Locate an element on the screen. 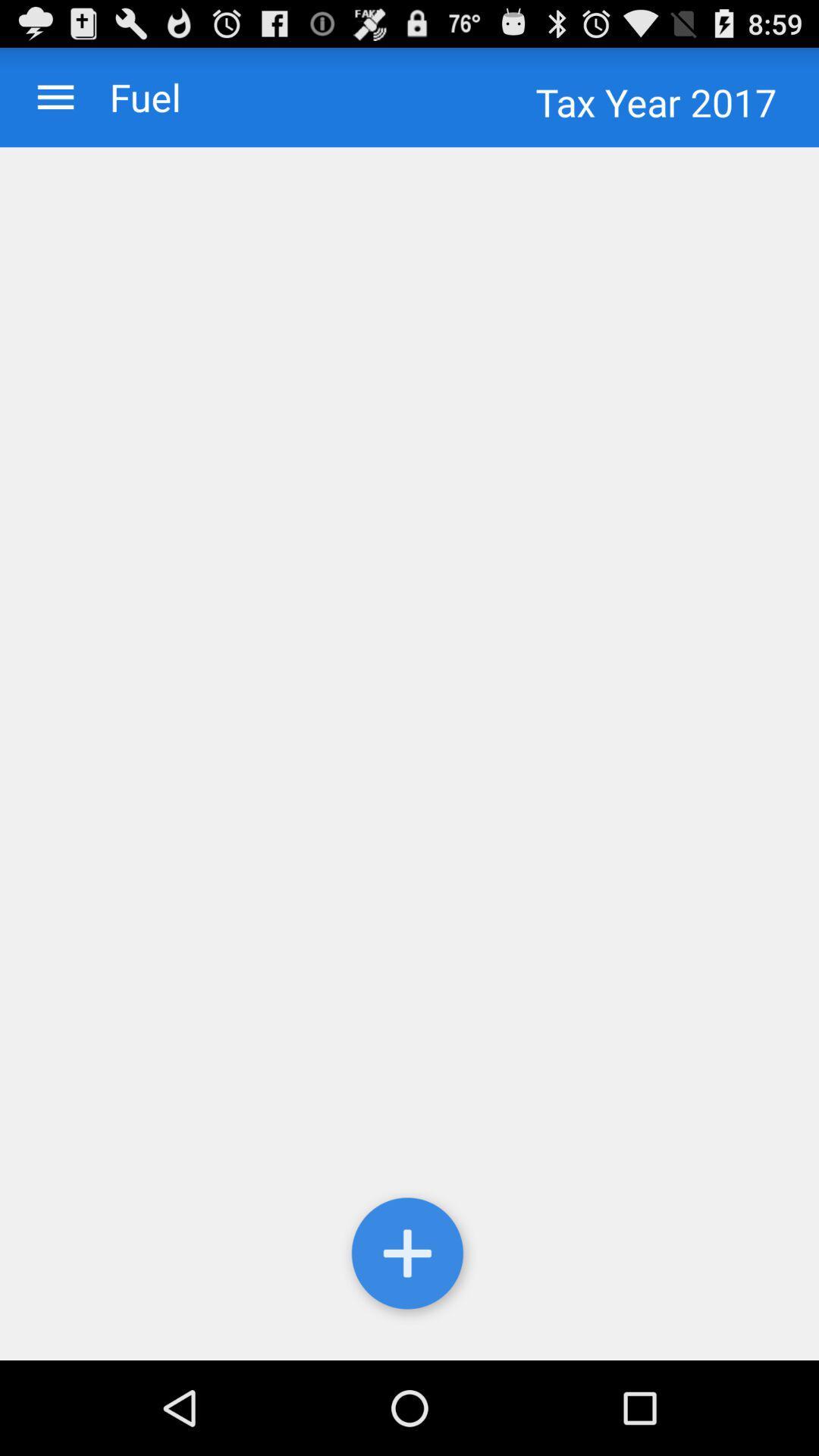  item next to tax year 2017 item is located at coordinates (129, 96).